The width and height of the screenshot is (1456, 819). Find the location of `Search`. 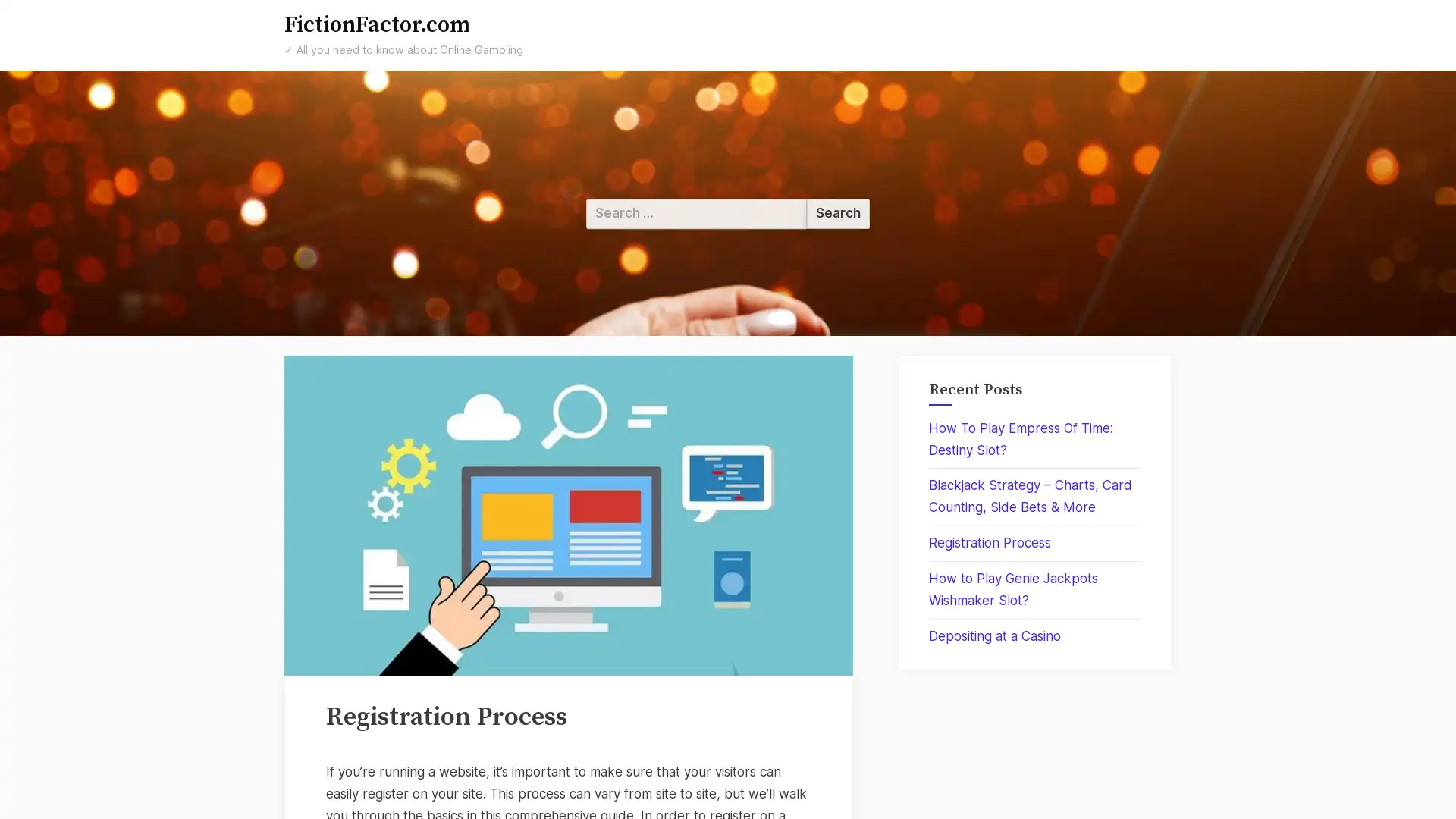

Search is located at coordinates (837, 213).